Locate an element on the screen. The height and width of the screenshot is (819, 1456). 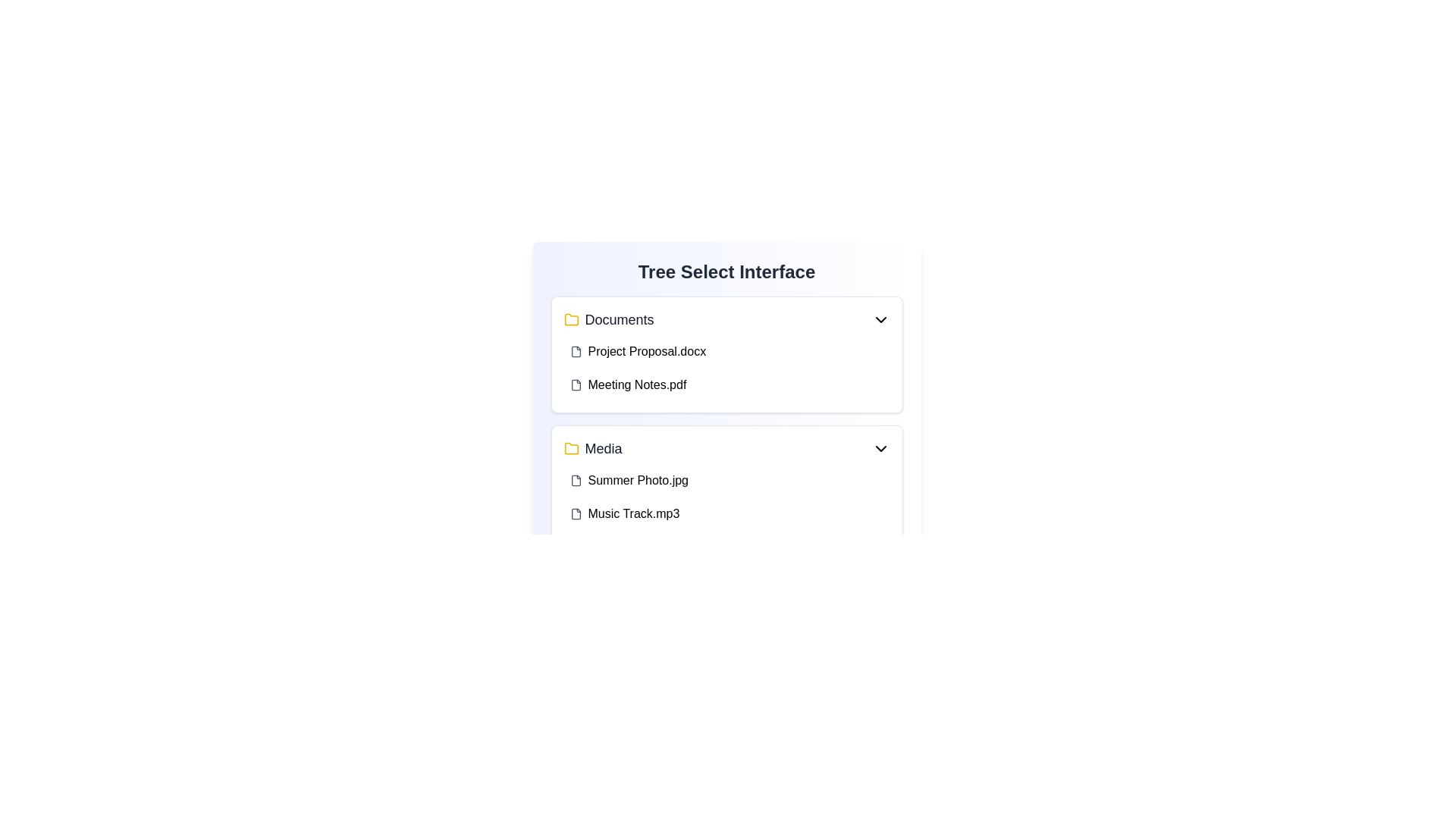
the Collapsible Header labeled 'Media' for further interactions, which includes a yellow folder icon on the left and a downward arrow icon on the right is located at coordinates (726, 447).